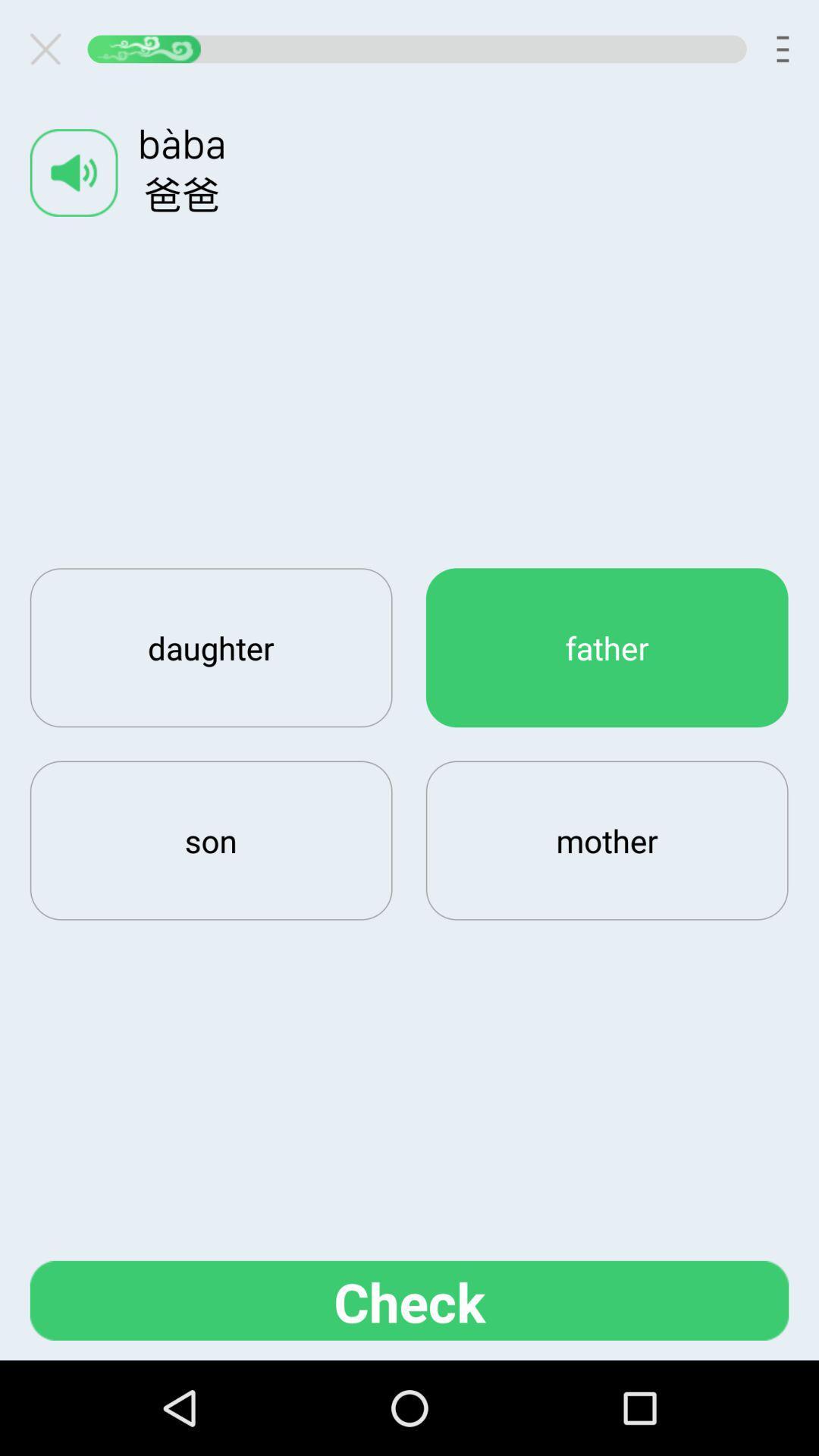 This screenshot has width=819, height=1456. Describe the element at coordinates (51, 49) in the screenshot. I see `exit or clear` at that location.